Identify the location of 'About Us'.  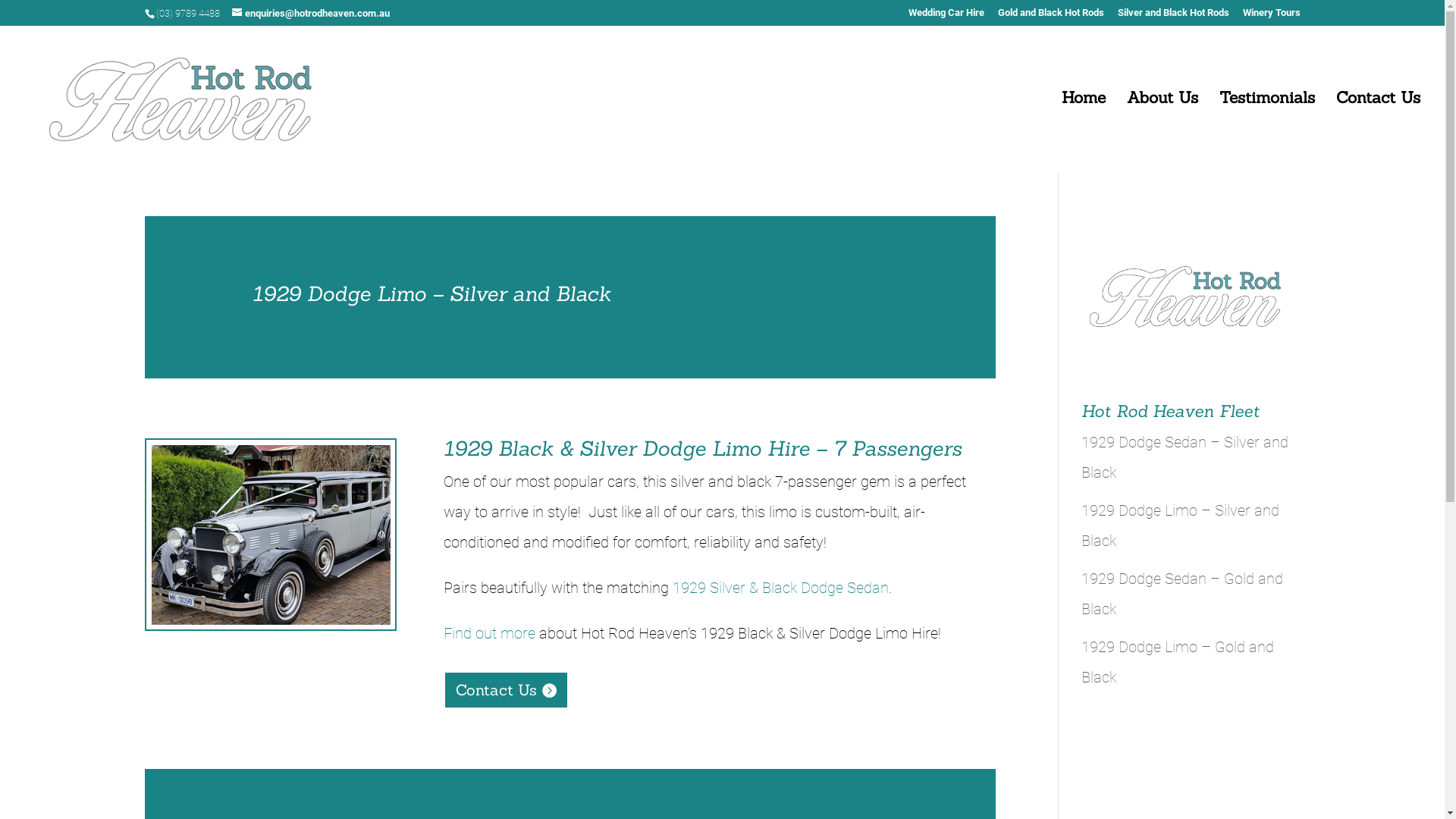
(1161, 130).